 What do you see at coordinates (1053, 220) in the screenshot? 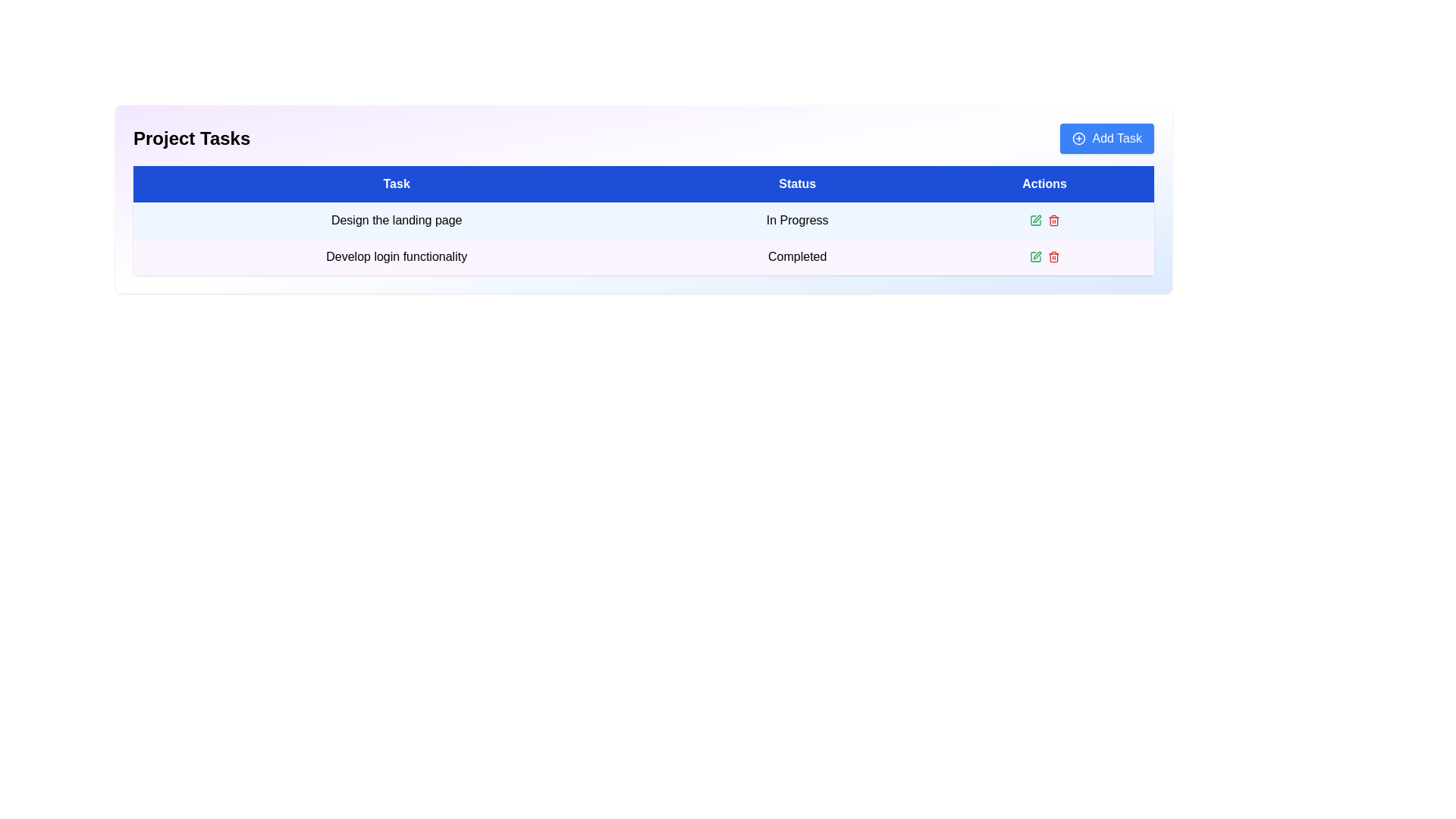
I see `the delete button (the third button from the left in the Actions column of the second row of the table)` at bounding box center [1053, 220].